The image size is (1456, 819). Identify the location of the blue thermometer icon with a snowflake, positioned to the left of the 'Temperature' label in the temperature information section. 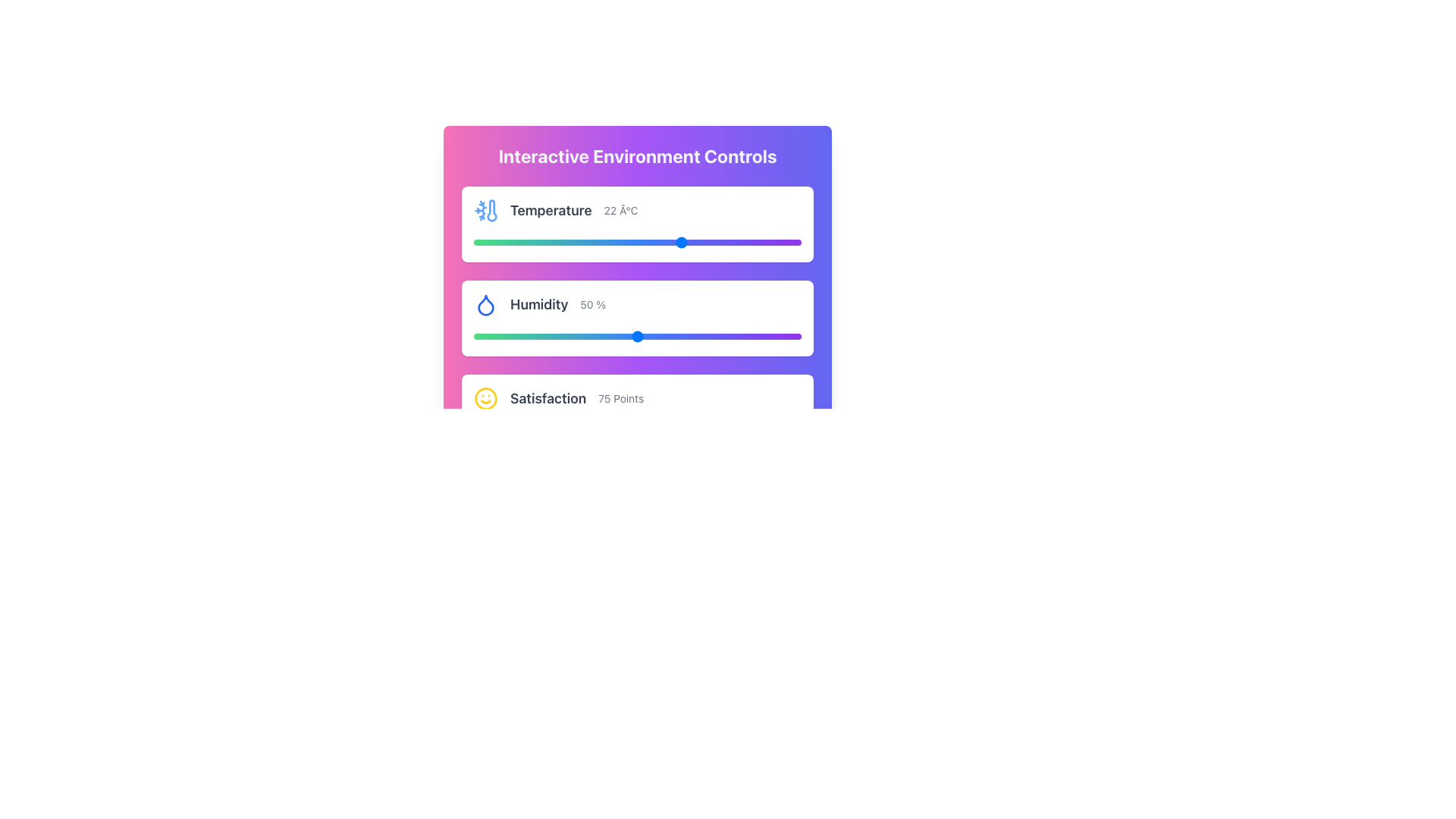
(486, 210).